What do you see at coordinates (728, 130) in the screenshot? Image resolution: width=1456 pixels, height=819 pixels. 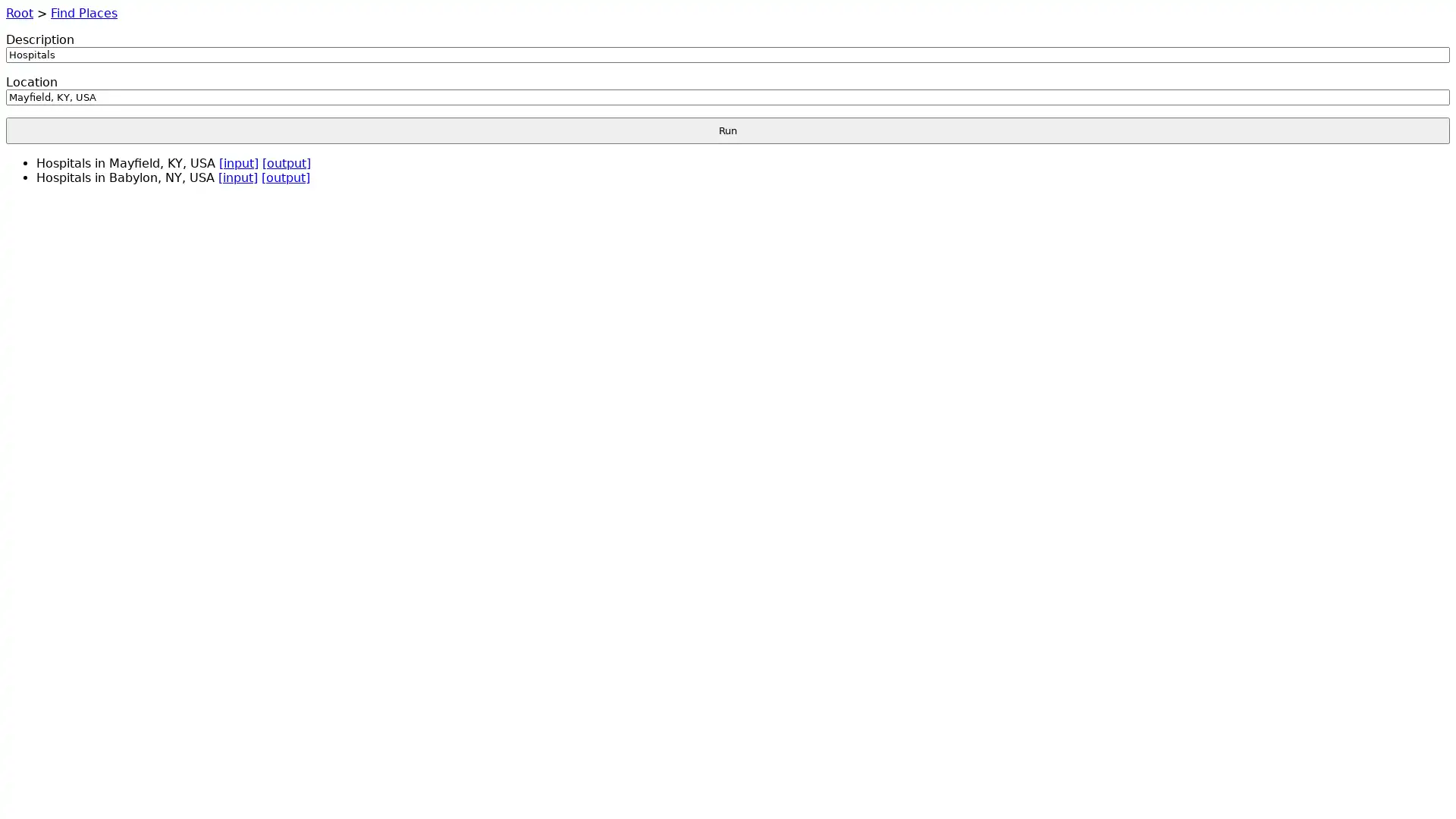 I see `Run` at bounding box center [728, 130].